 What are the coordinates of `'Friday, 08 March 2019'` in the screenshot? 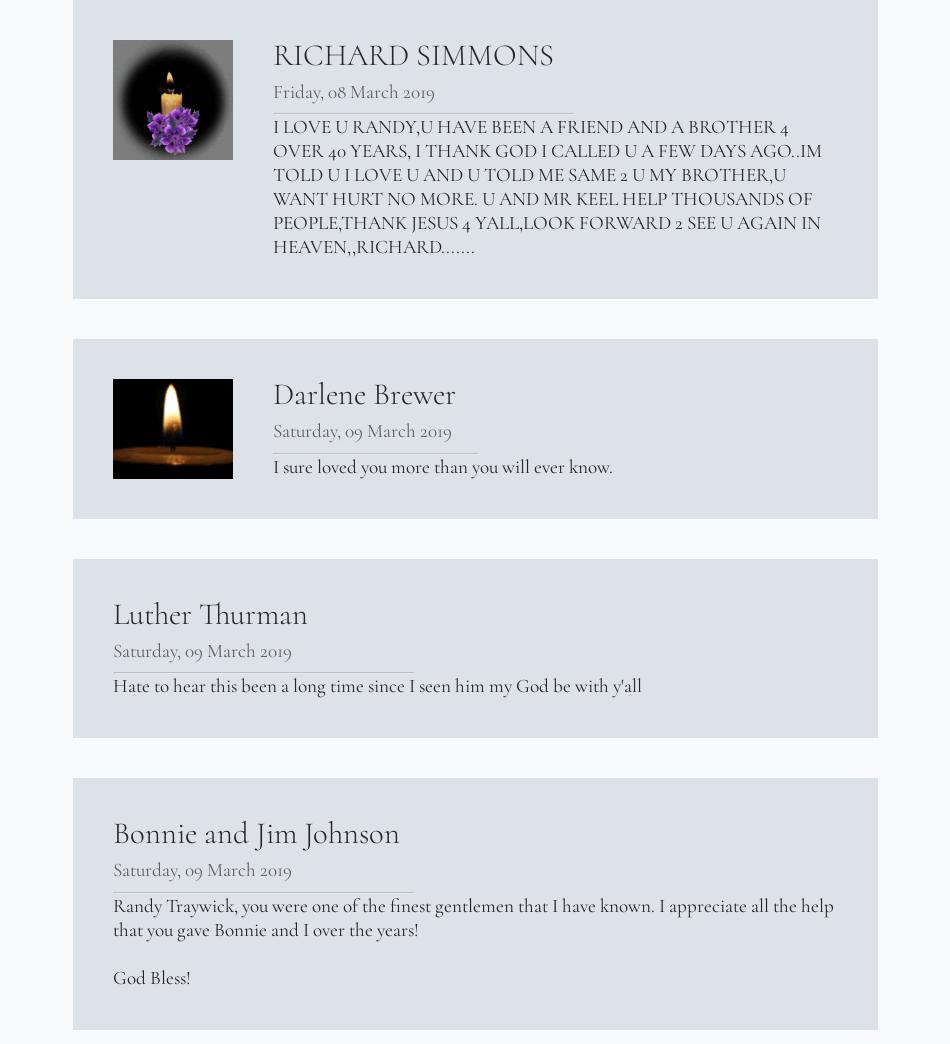 It's located at (352, 91).